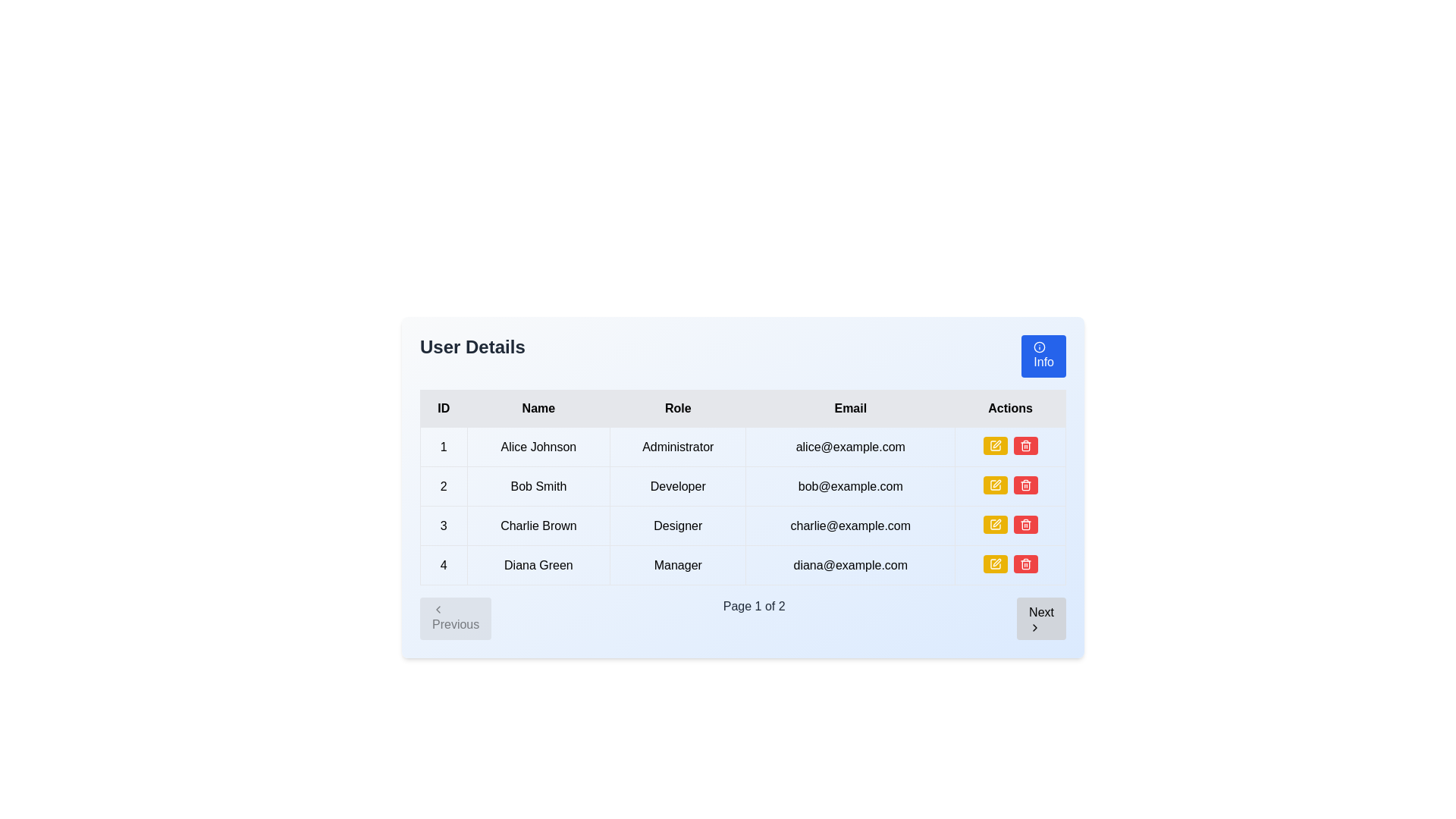 The width and height of the screenshot is (1456, 819). I want to click on the delete icon button located in the 'Actions' column of the row for 'Diana Green', so click(1025, 564).